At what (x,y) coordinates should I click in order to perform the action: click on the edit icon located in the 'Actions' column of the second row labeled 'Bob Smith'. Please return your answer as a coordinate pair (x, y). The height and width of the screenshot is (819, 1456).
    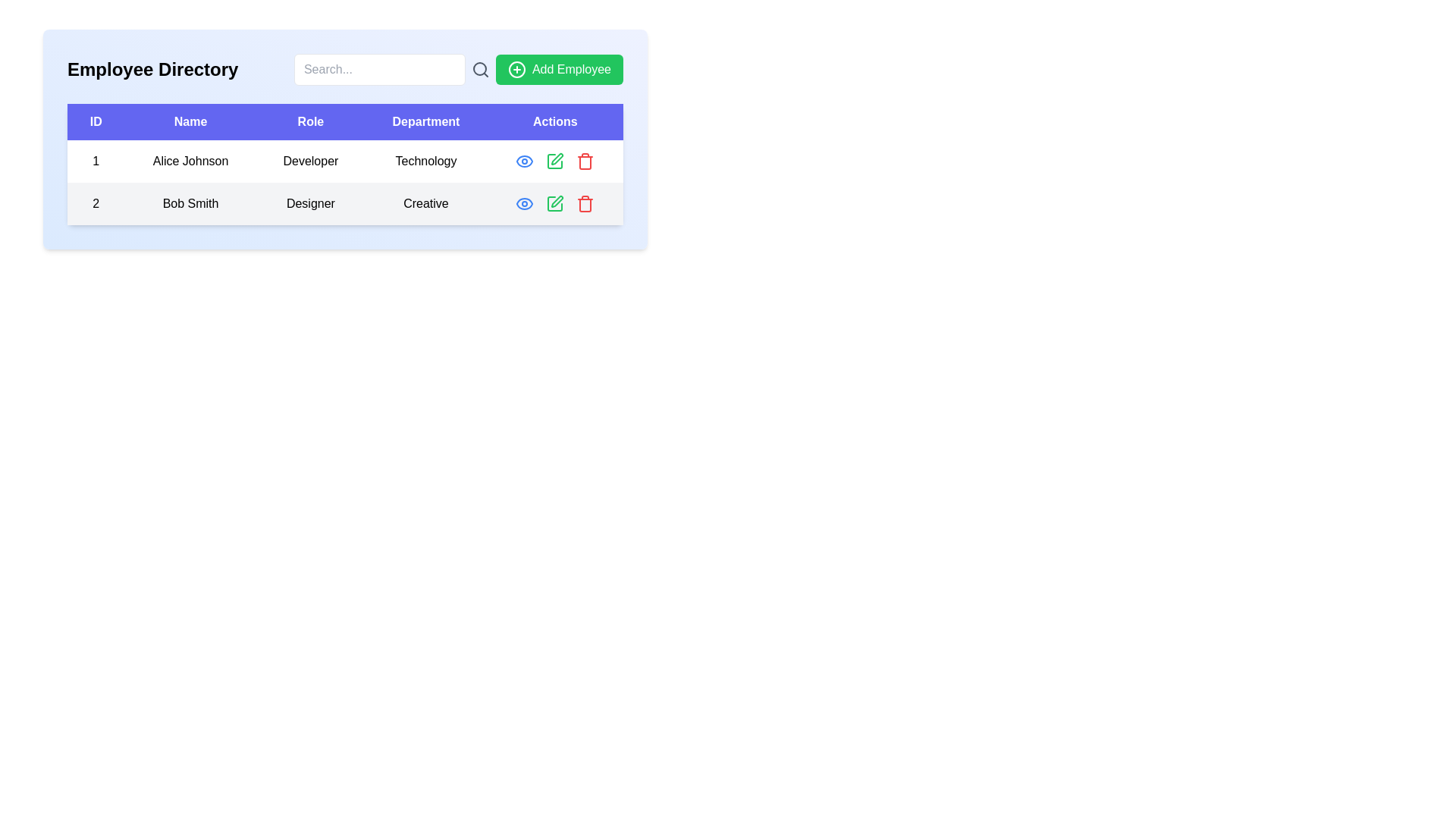
    Looking at the image, I should click on (557, 158).